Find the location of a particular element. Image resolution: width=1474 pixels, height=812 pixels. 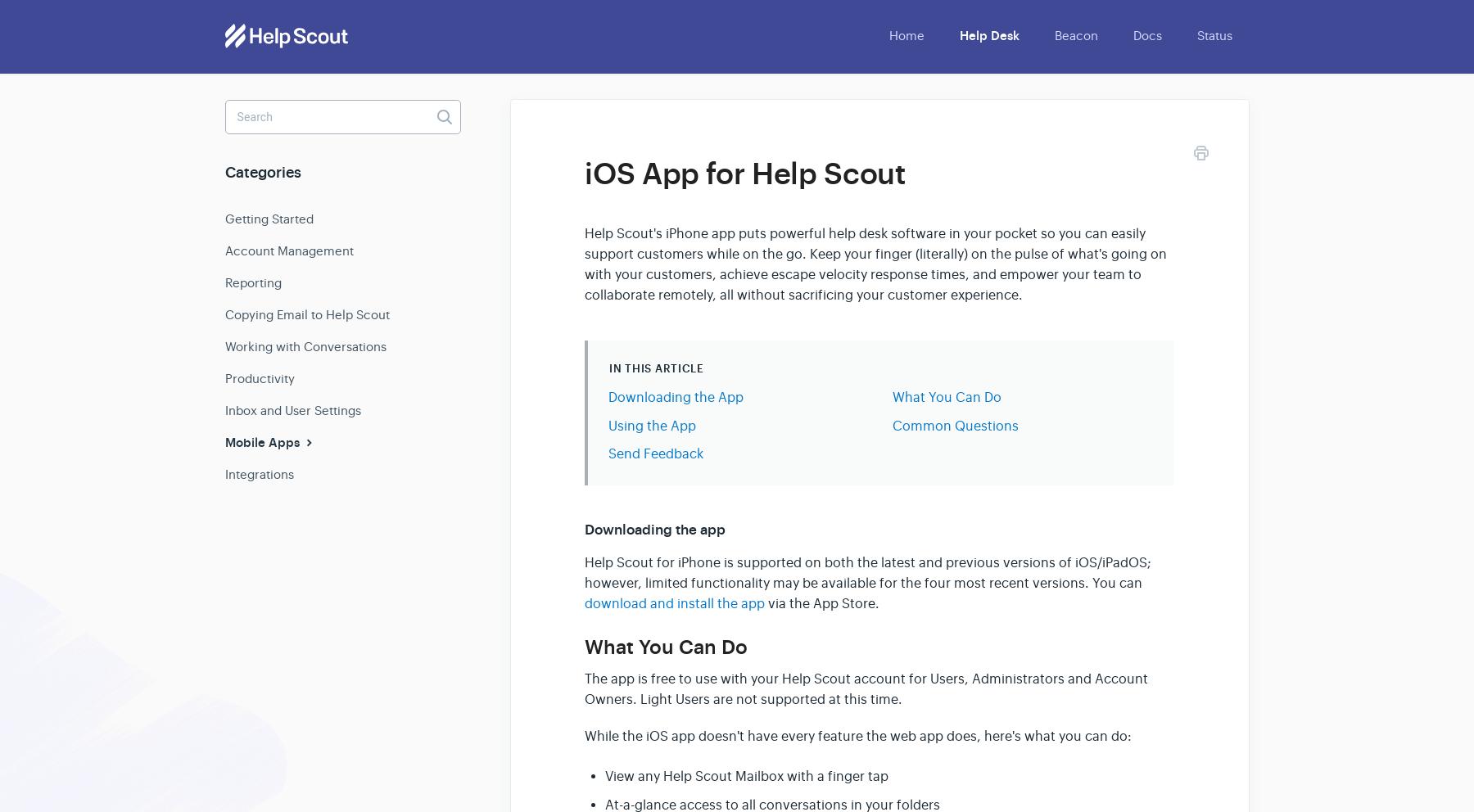

'Categories' is located at coordinates (262, 173).